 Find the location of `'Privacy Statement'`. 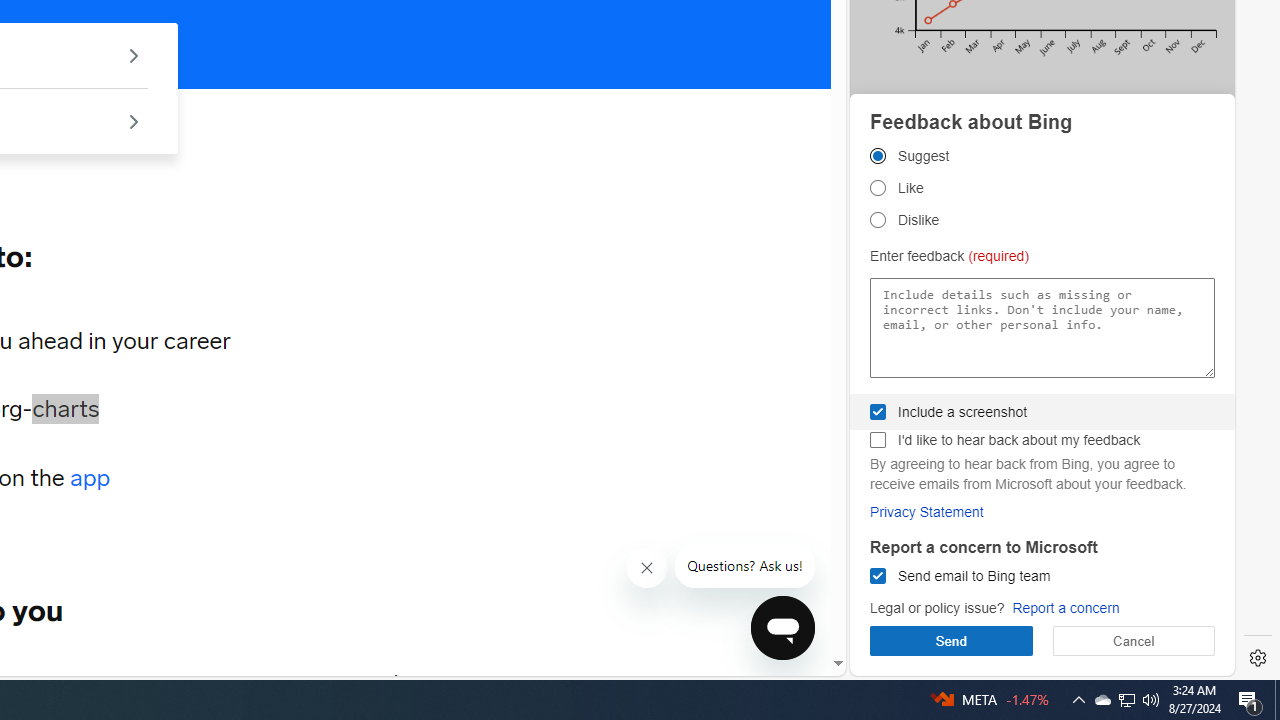

'Privacy Statement' is located at coordinates (926, 510).